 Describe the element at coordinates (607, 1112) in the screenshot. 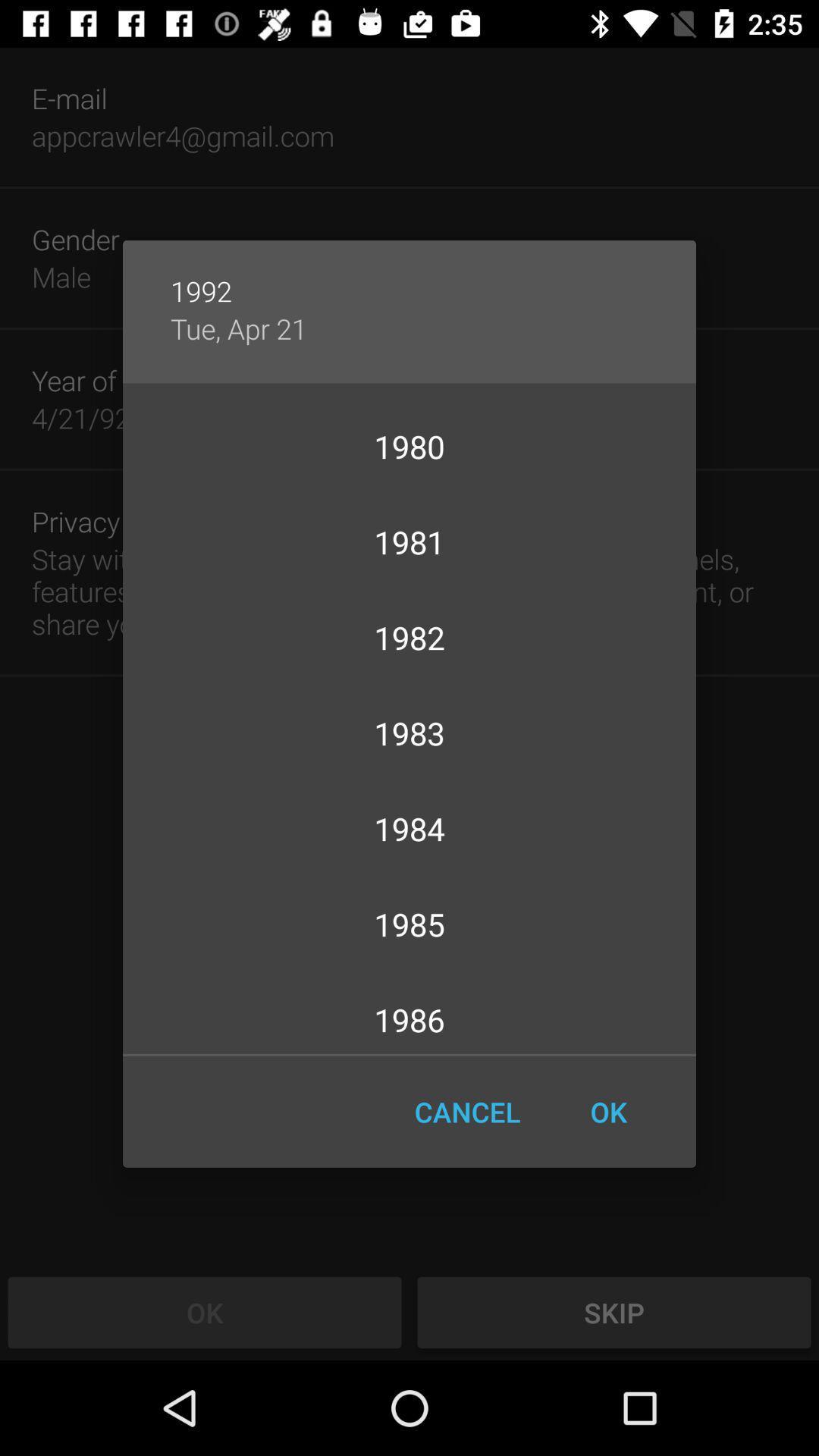

I see `the icon below 1986 item` at that location.